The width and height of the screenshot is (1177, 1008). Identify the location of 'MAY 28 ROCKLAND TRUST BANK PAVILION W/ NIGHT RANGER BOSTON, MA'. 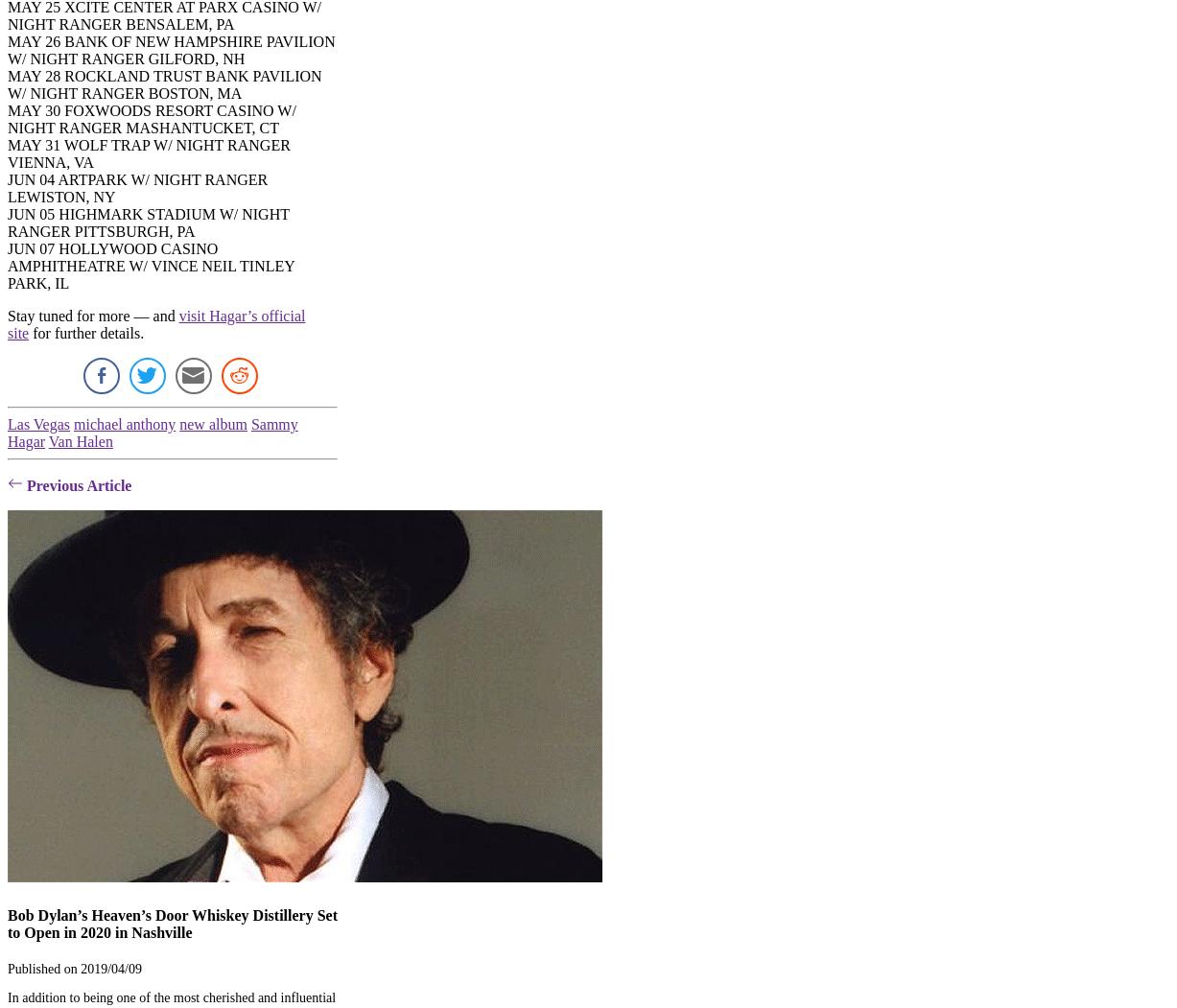
(163, 84).